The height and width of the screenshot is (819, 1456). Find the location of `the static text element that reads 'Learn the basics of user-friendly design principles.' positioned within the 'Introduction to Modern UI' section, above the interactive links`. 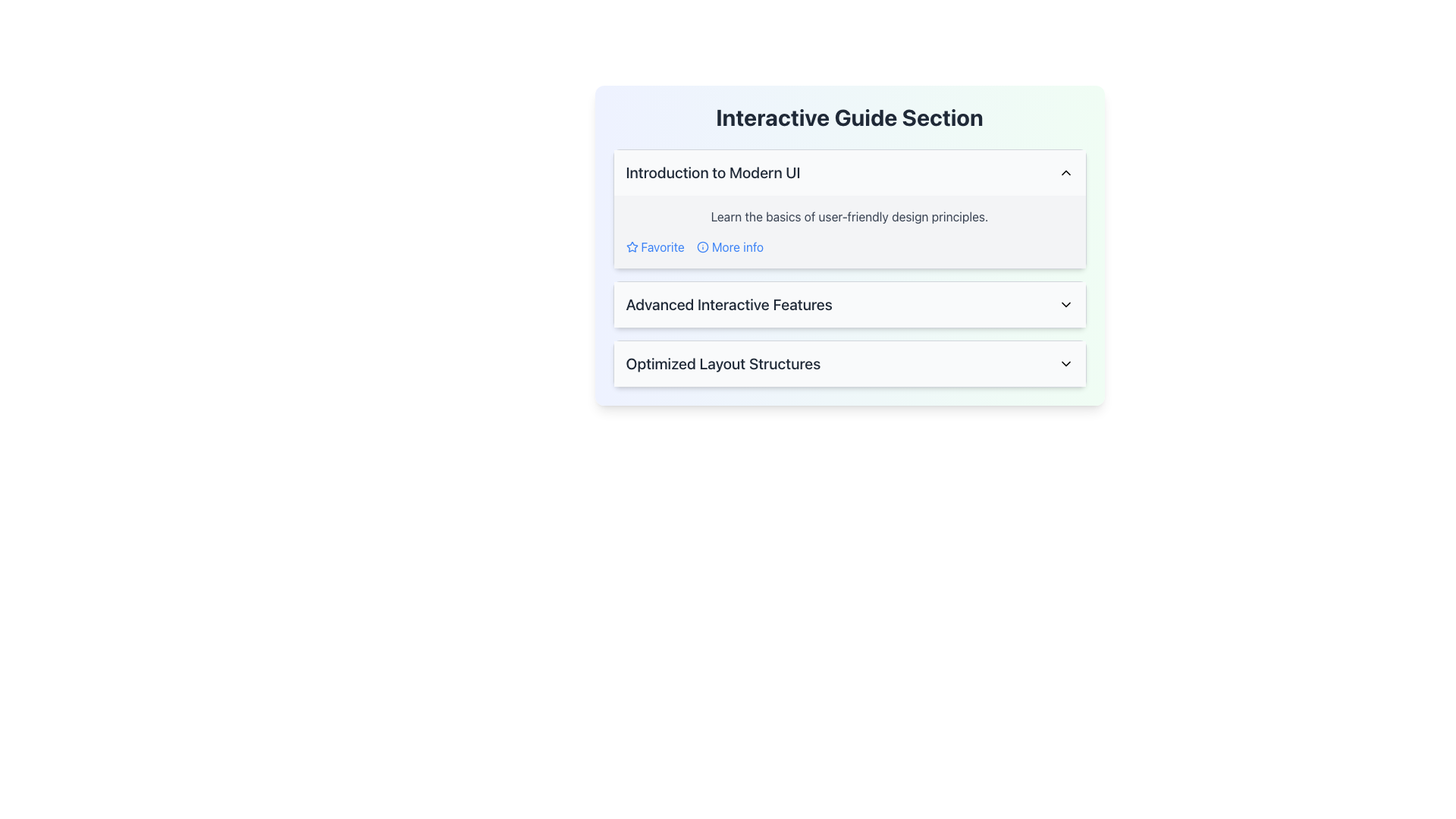

the static text element that reads 'Learn the basics of user-friendly design principles.' positioned within the 'Introduction to Modern UI' section, above the interactive links is located at coordinates (849, 216).